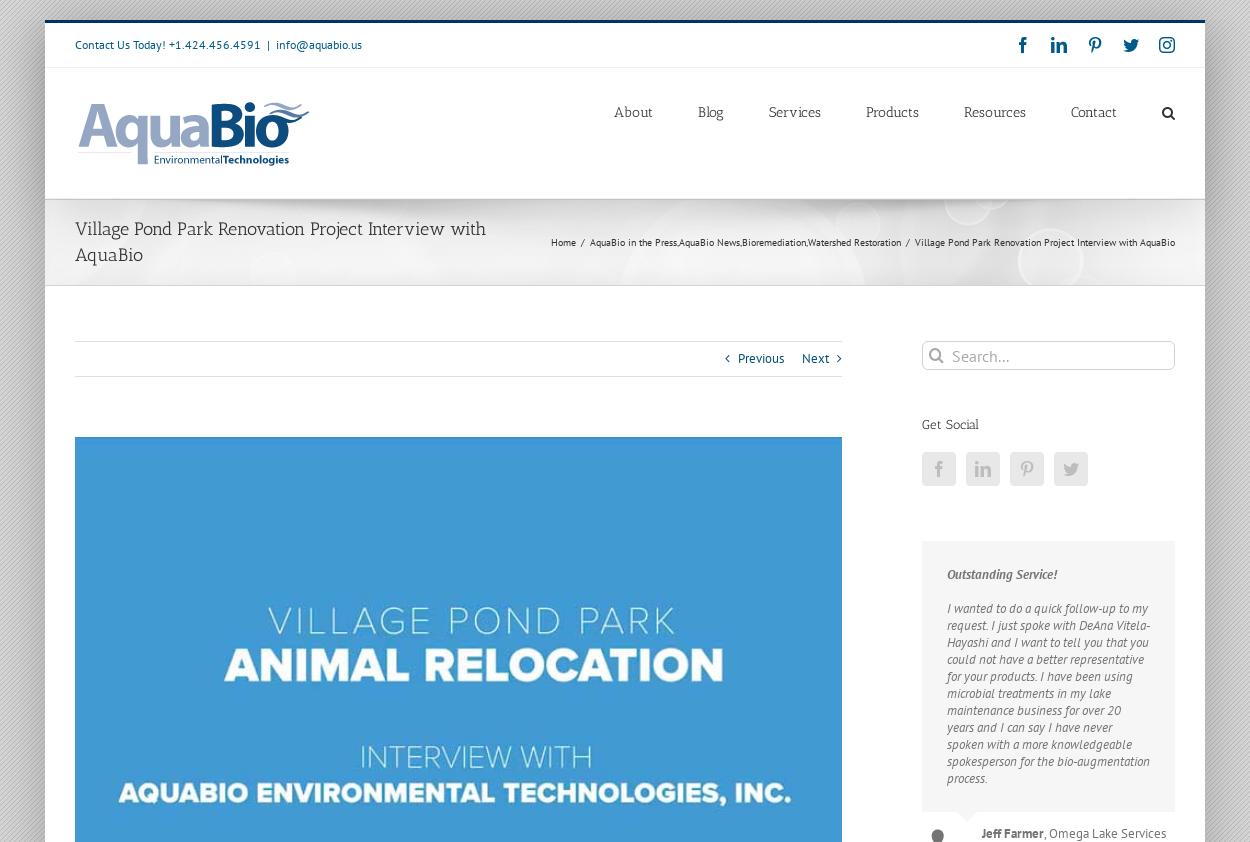  What do you see at coordinates (862, 325) in the screenshot?
I see `'Wave Mitigation Using Floating Islands'` at bounding box center [862, 325].